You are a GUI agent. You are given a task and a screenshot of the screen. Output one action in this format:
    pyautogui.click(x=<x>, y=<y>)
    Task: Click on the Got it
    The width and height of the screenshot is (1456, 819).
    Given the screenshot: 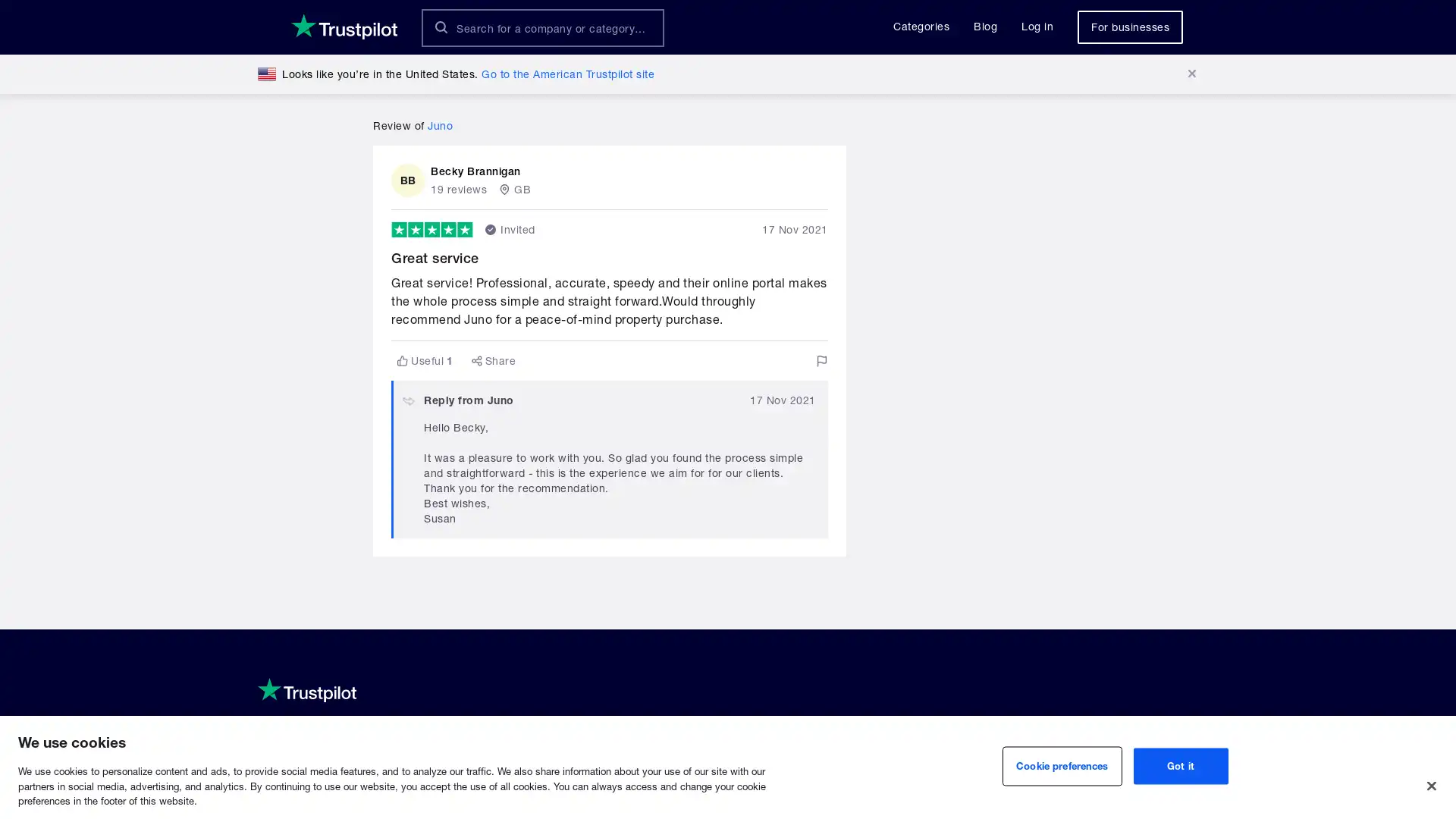 What is the action you would take?
    pyautogui.click(x=1179, y=766)
    